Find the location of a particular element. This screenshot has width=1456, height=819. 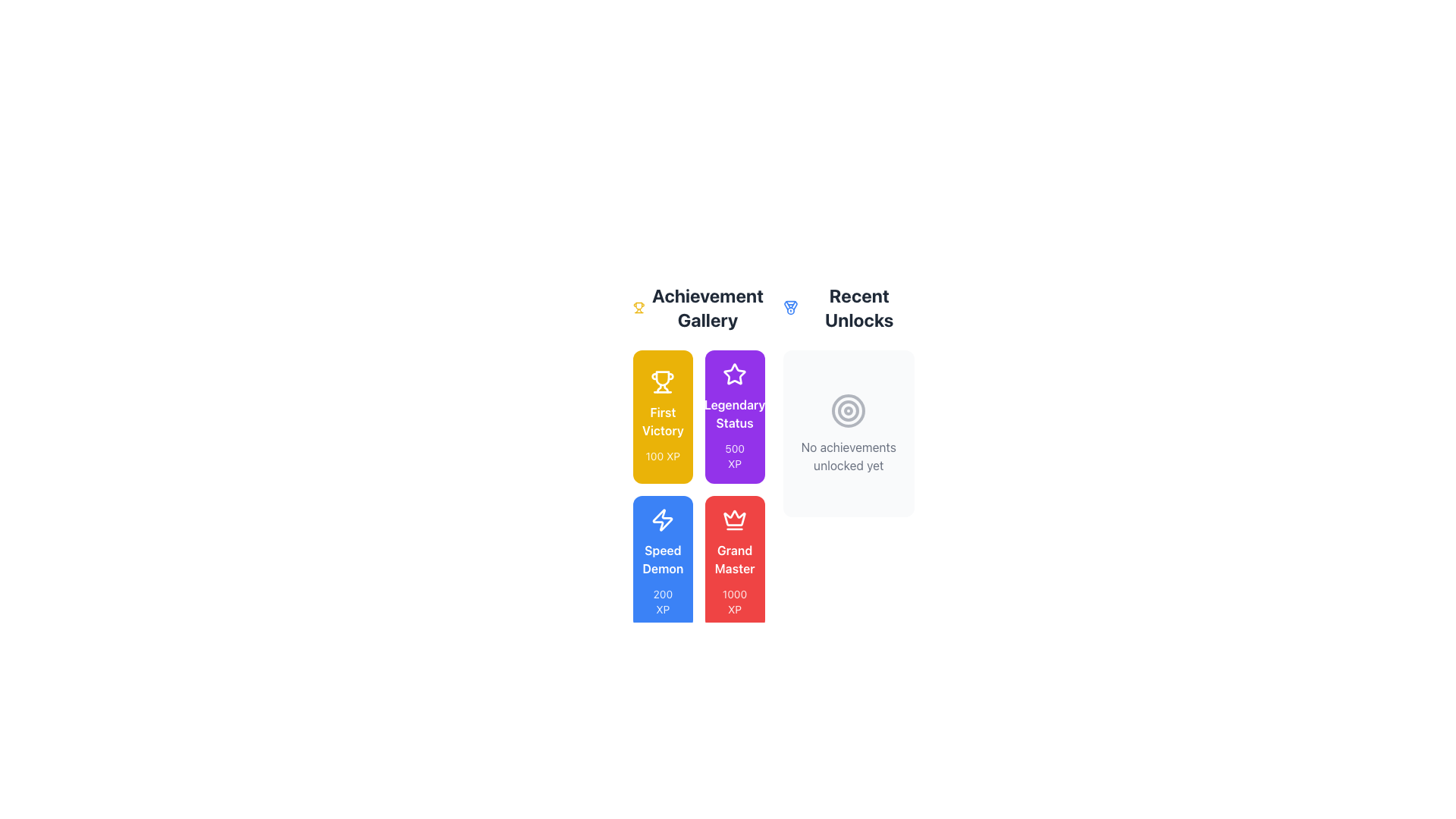

the Decorative Icon, which is a target-like icon with three concentric circles in gray tones, located in the 'Recent Unlocks' section above the text 'No achievements unlocked yet.' is located at coordinates (848, 411).